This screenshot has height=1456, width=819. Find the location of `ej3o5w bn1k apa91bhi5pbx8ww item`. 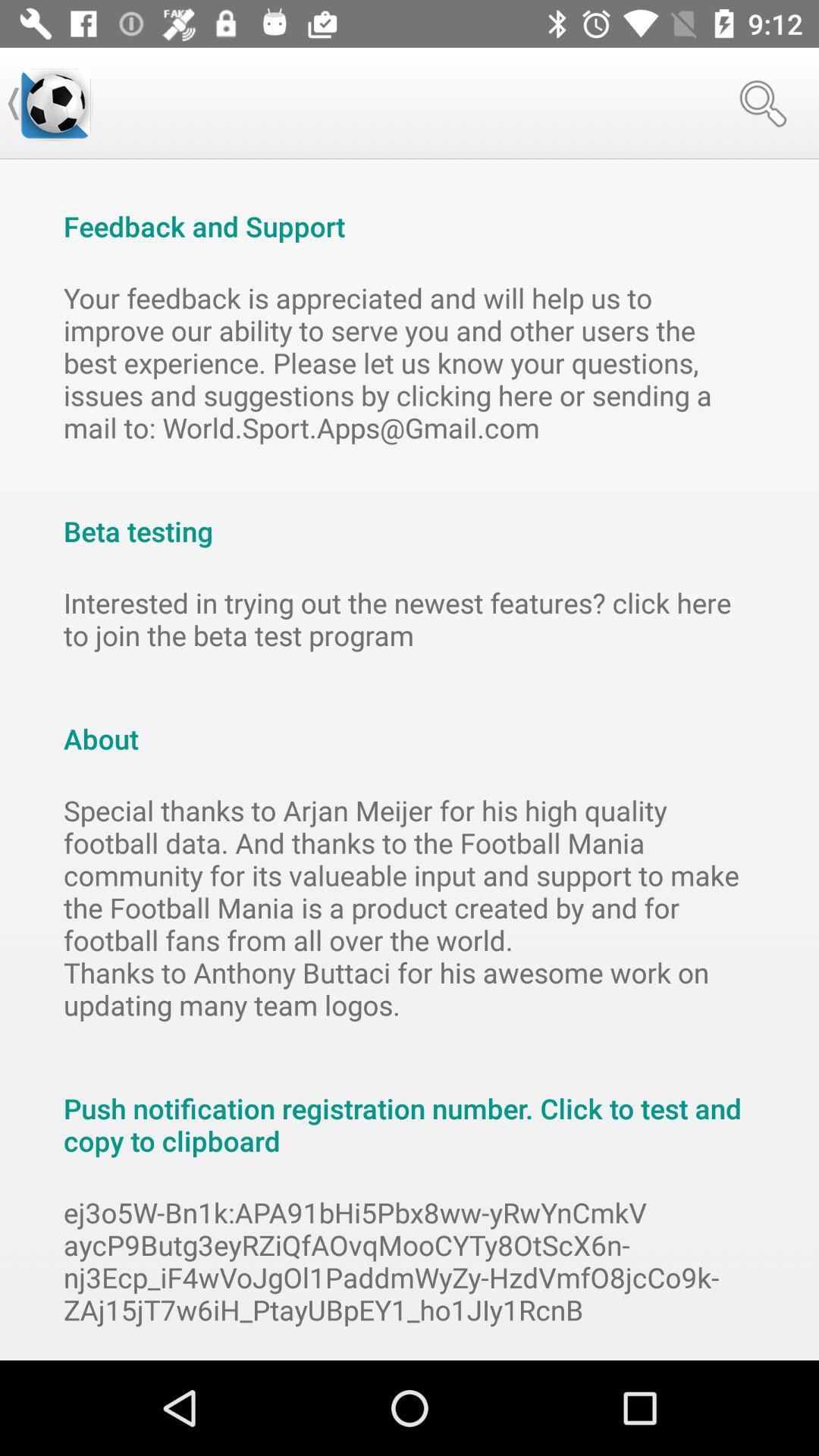

ej3o5w bn1k apa91bhi5pbx8ww item is located at coordinates (409, 1261).